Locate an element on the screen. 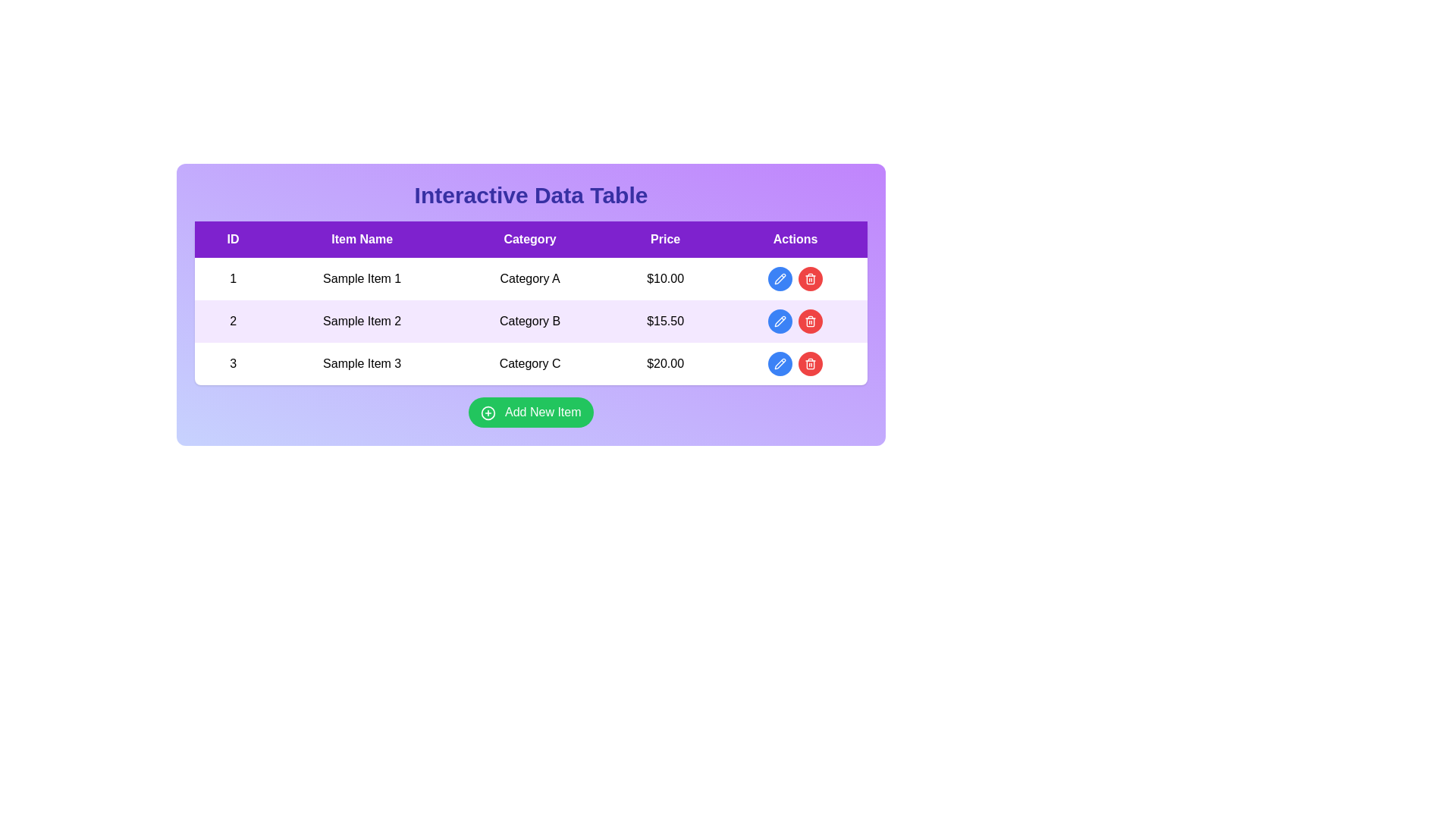  the 'Add New Item' button located at the bottom center of the interface is located at coordinates (531, 412).